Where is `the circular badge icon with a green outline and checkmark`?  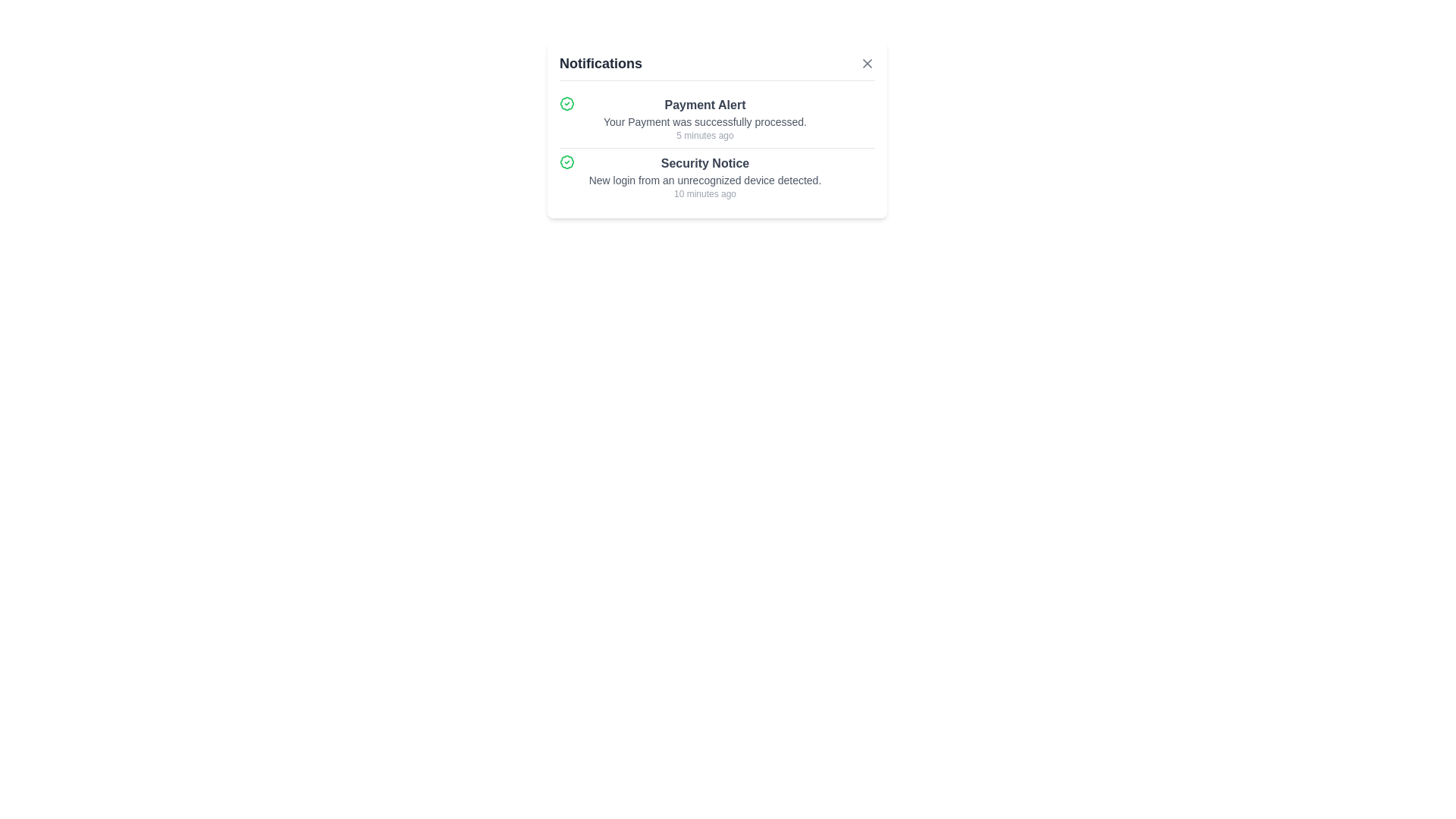
the circular badge icon with a green outline and checkmark is located at coordinates (566, 162).